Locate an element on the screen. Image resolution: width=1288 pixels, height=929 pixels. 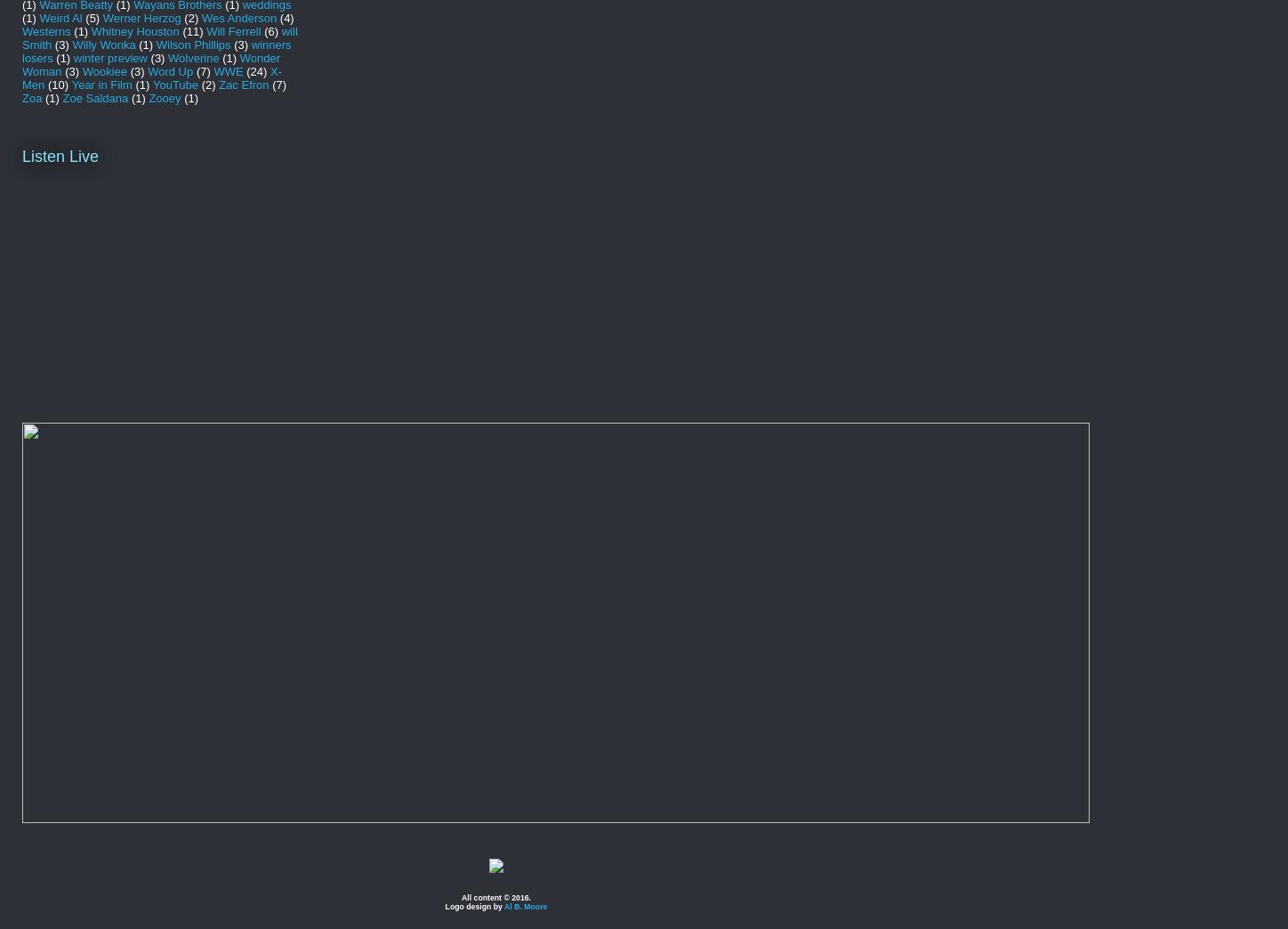
'winter preview' is located at coordinates (109, 56).